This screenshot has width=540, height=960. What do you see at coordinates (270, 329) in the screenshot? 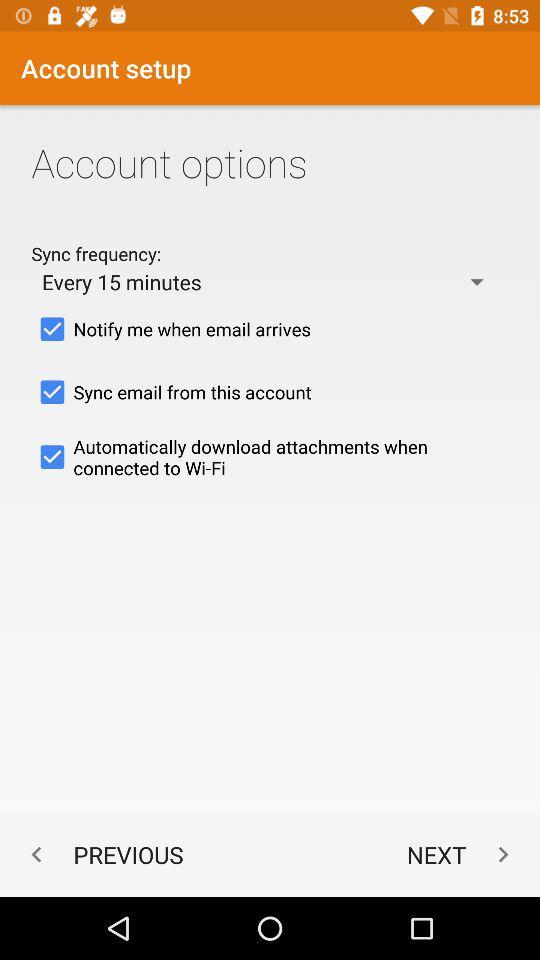
I see `icon below every 15 minutes icon` at bounding box center [270, 329].